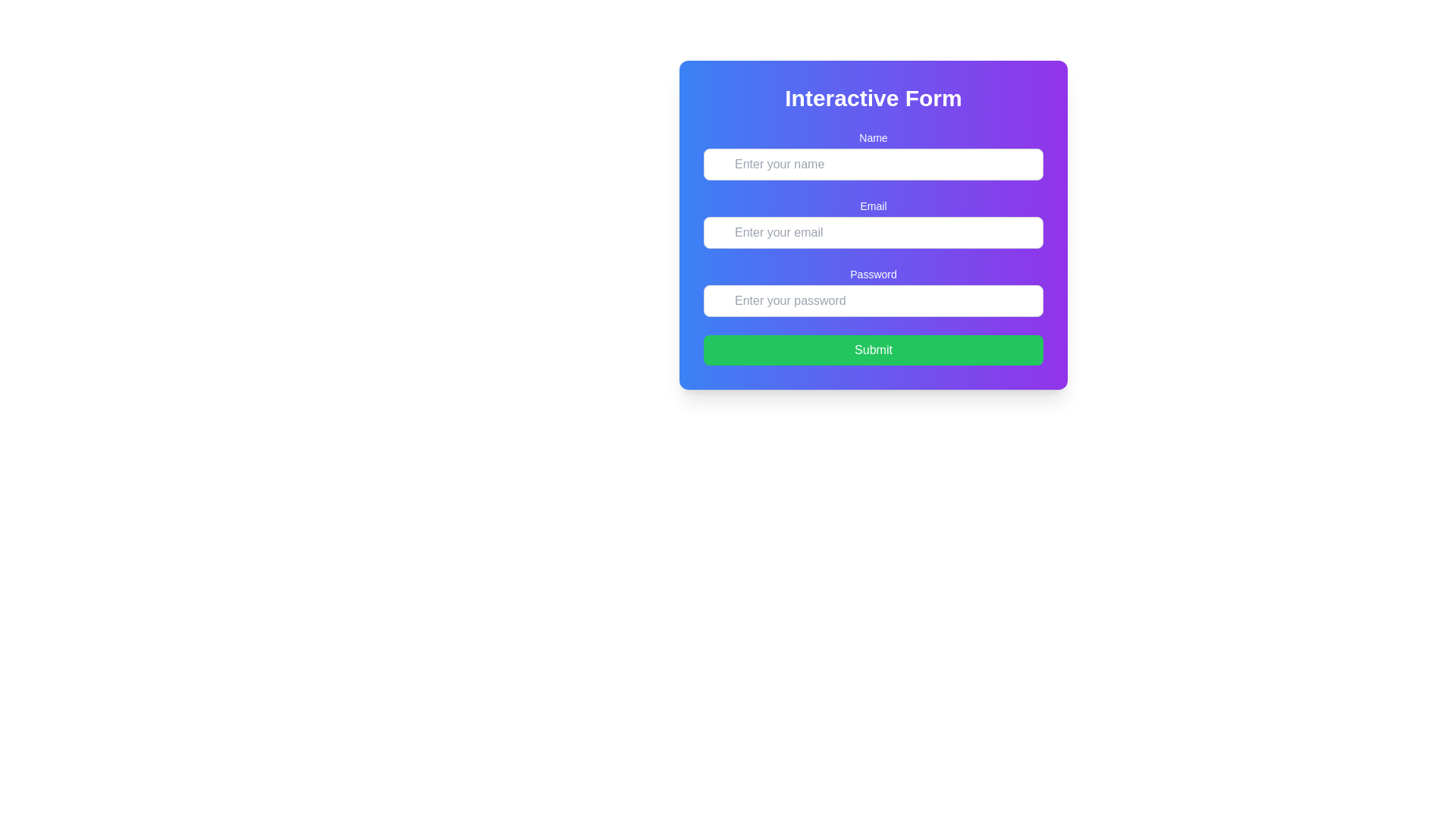 Image resolution: width=1456 pixels, height=819 pixels. What do you see at coordinates (874, 275) in the screenshot?
I see `the 'Password' label, which is displayed in white font on a purple gradient background and positioned above the password input field in the third section of the form` at bounding box center [874, 275].